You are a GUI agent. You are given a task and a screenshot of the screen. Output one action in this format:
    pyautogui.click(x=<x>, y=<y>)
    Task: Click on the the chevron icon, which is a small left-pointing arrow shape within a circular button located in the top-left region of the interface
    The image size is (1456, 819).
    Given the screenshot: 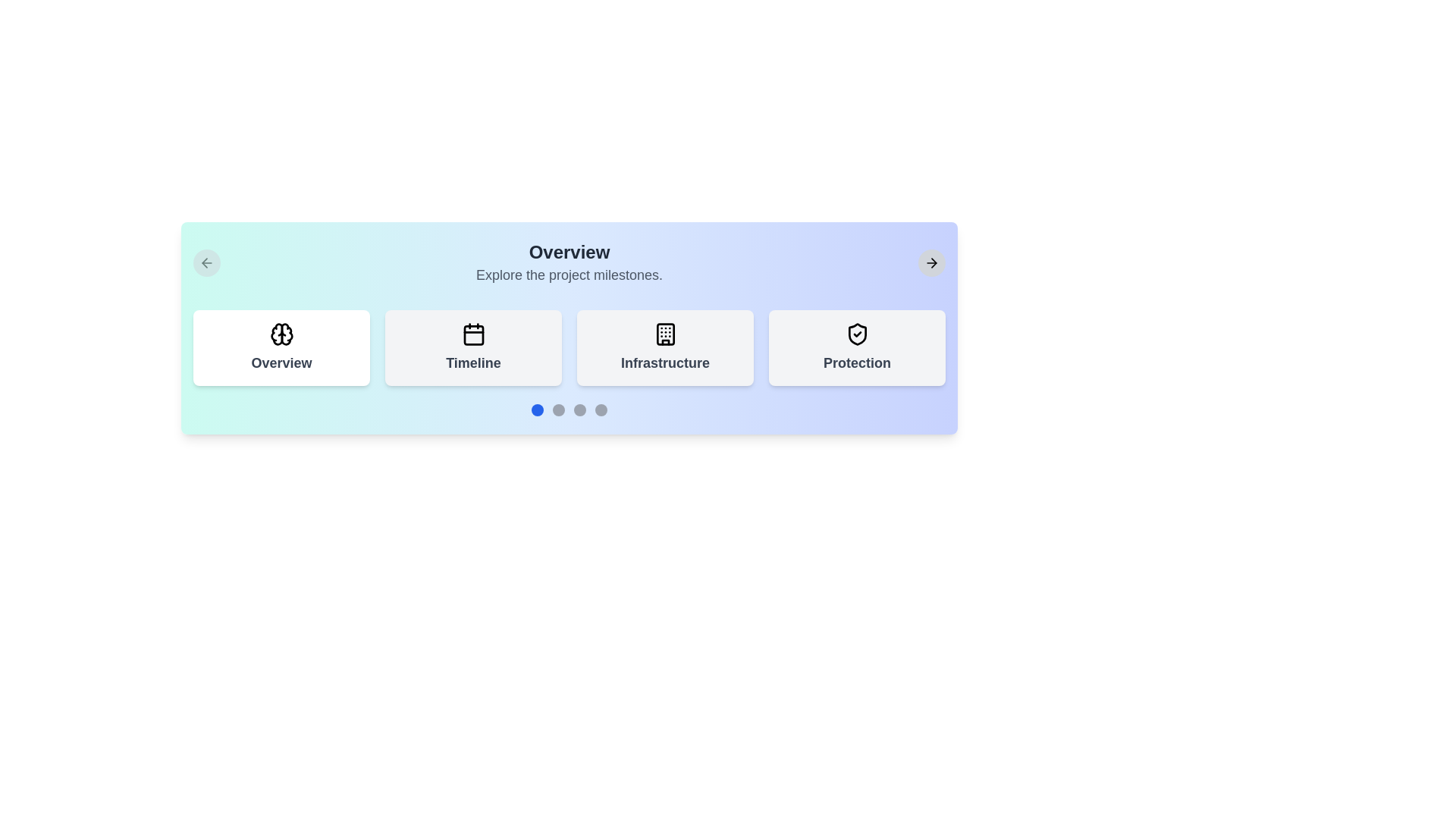 What is the action you would take?
    pyautogui.click(x=204, y=262)
    